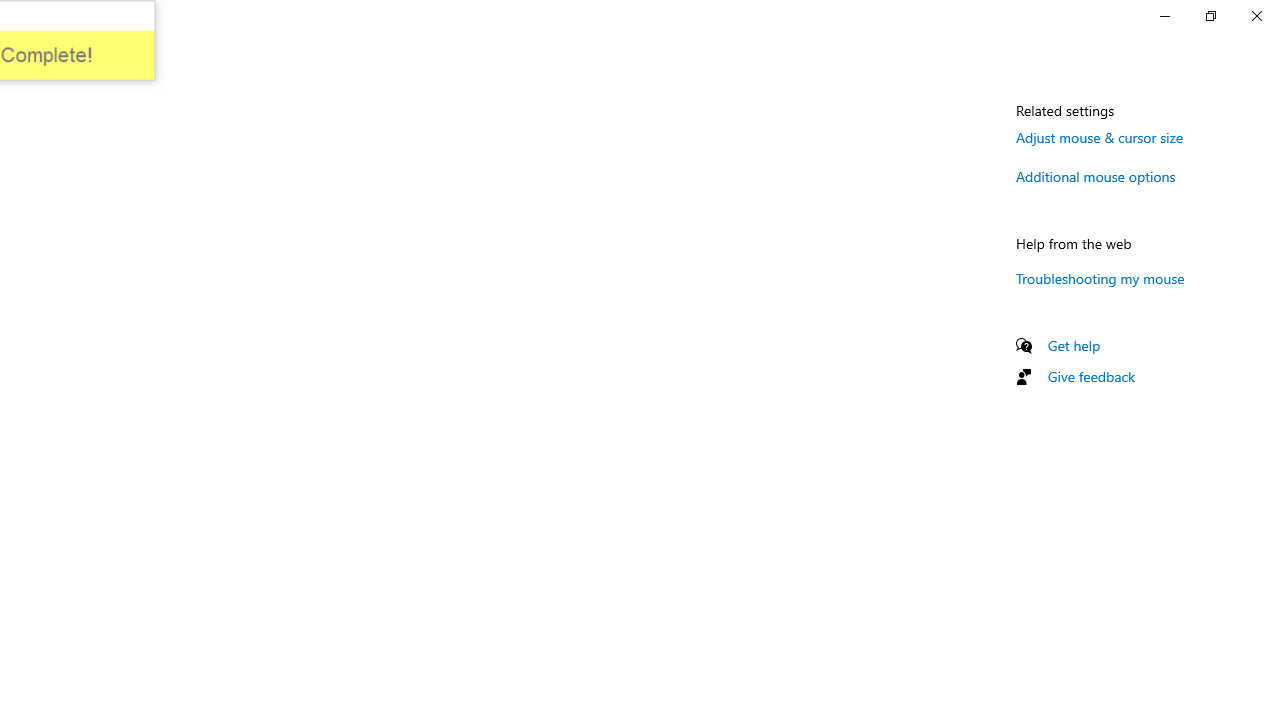  What do you see at coordinates (1095, 175) in the screenshot?
I see `'Additional mouse options'` at bounding box center [1095, 175].